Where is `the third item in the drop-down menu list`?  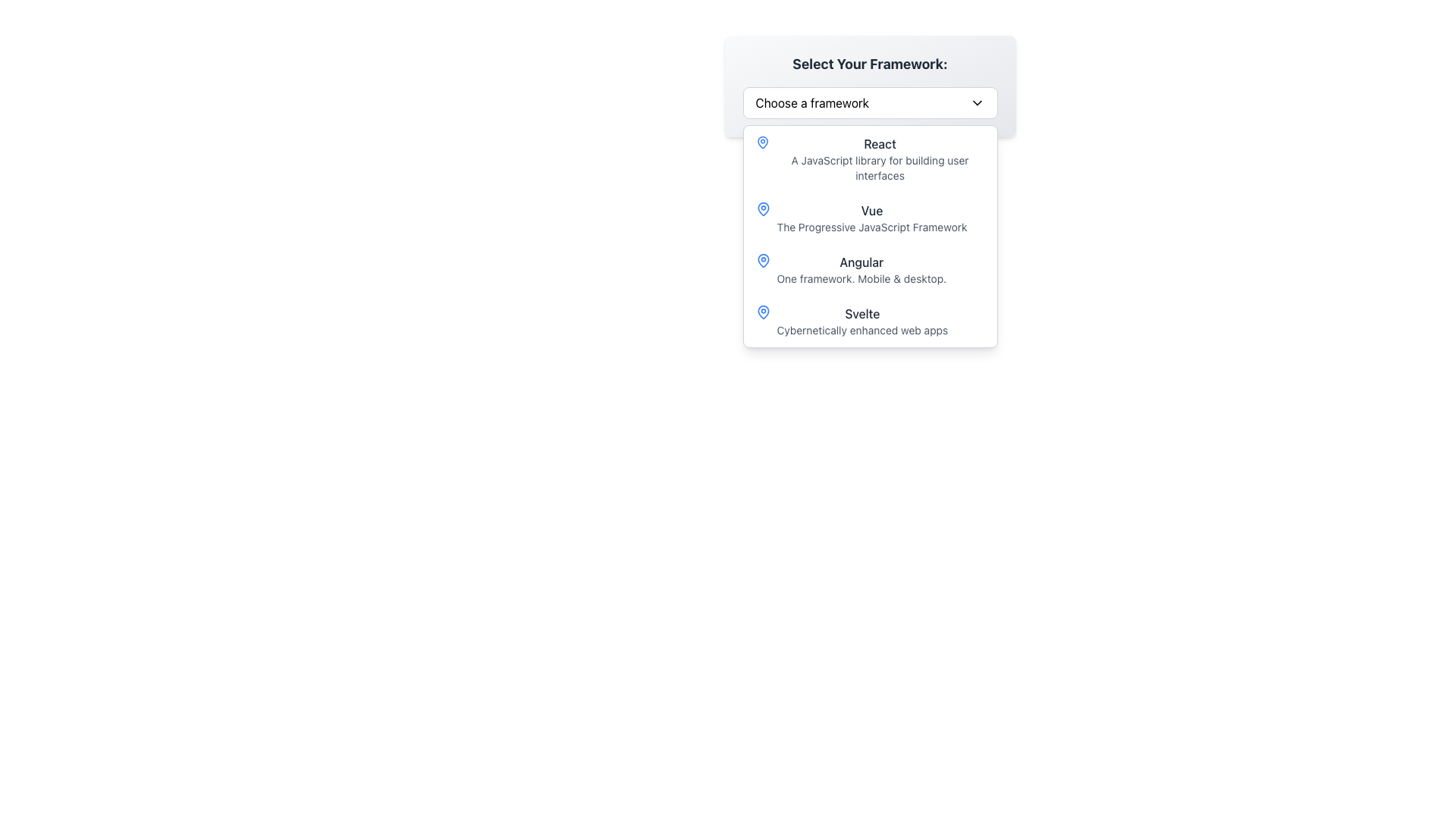 the third item in the drop-down menu list is located at coordinates (870, 268).